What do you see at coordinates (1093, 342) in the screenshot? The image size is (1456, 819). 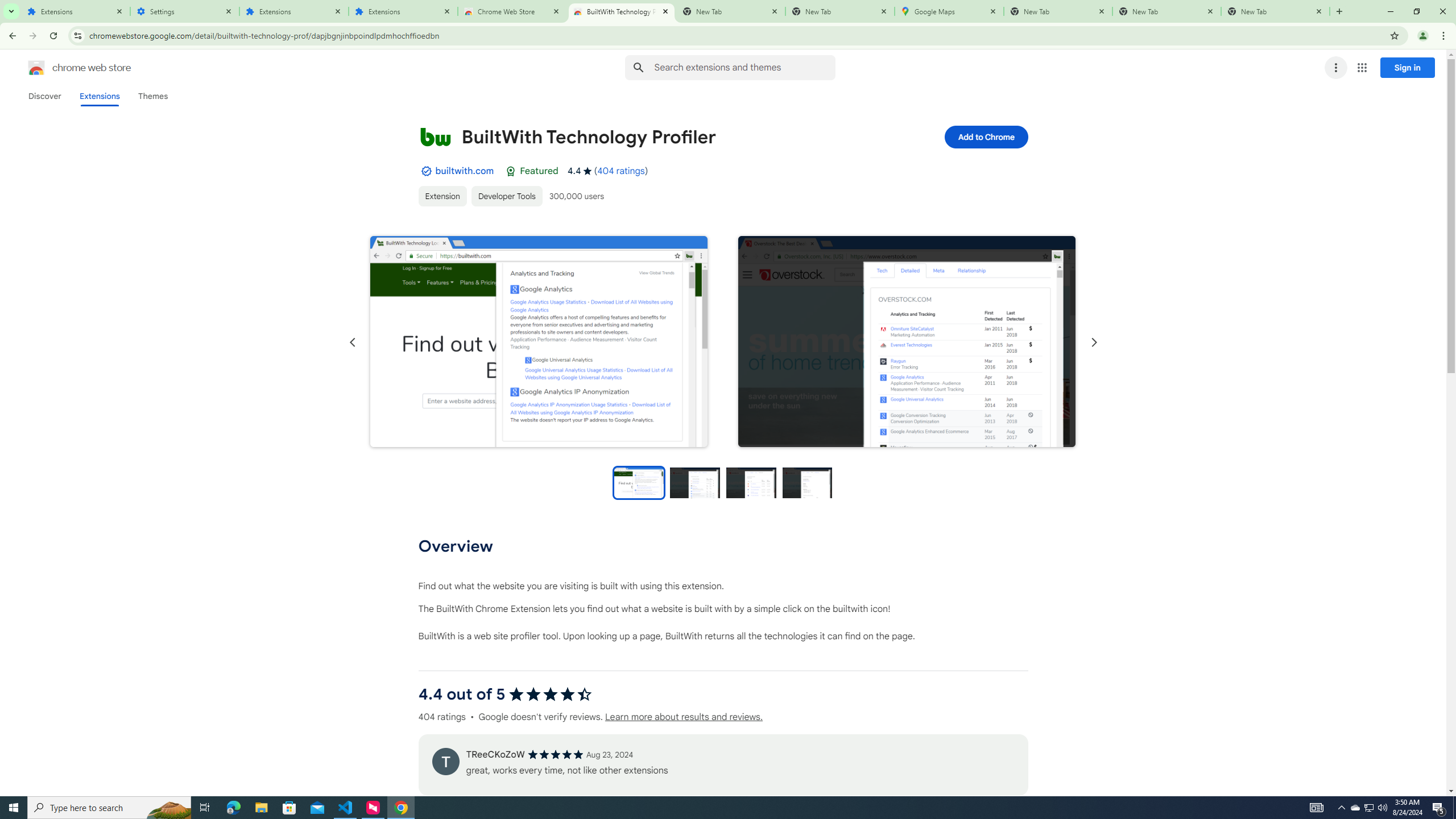 I see `'Next slide'` at bounding box center [1093, 342].